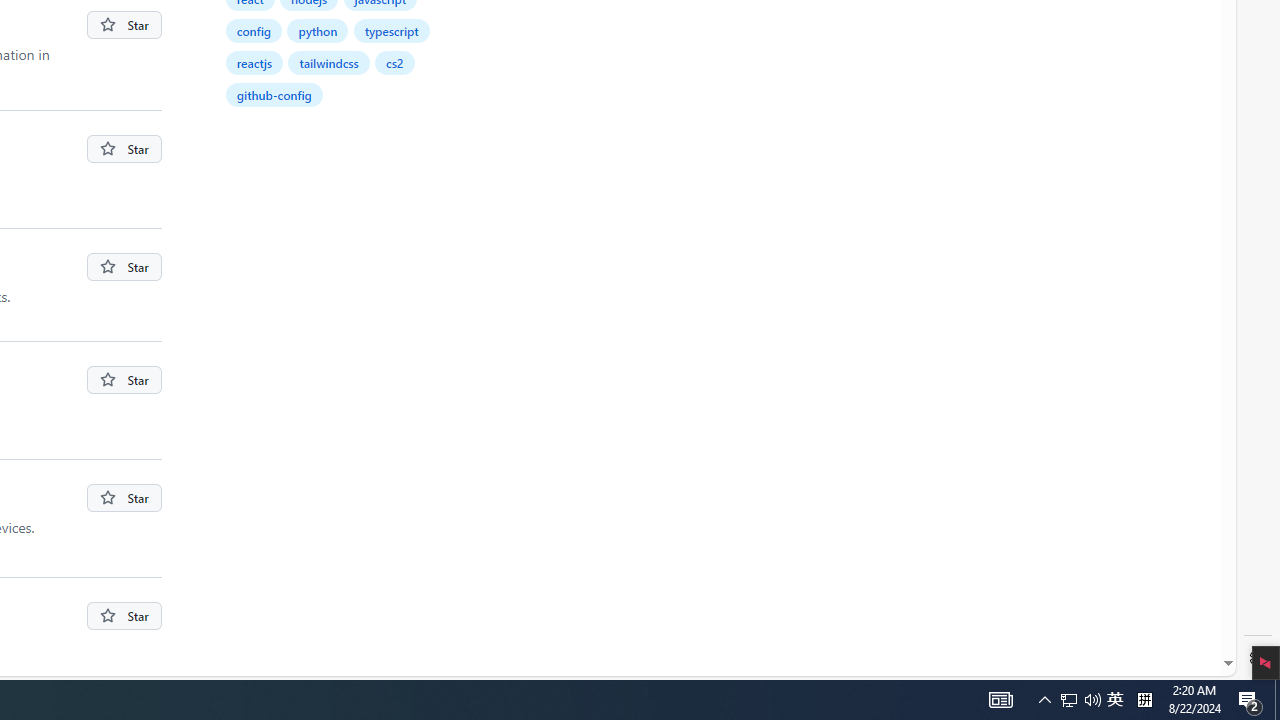  Describe the element at coordinates (253, 30) in the screenshot. I see `'config'` at that location.